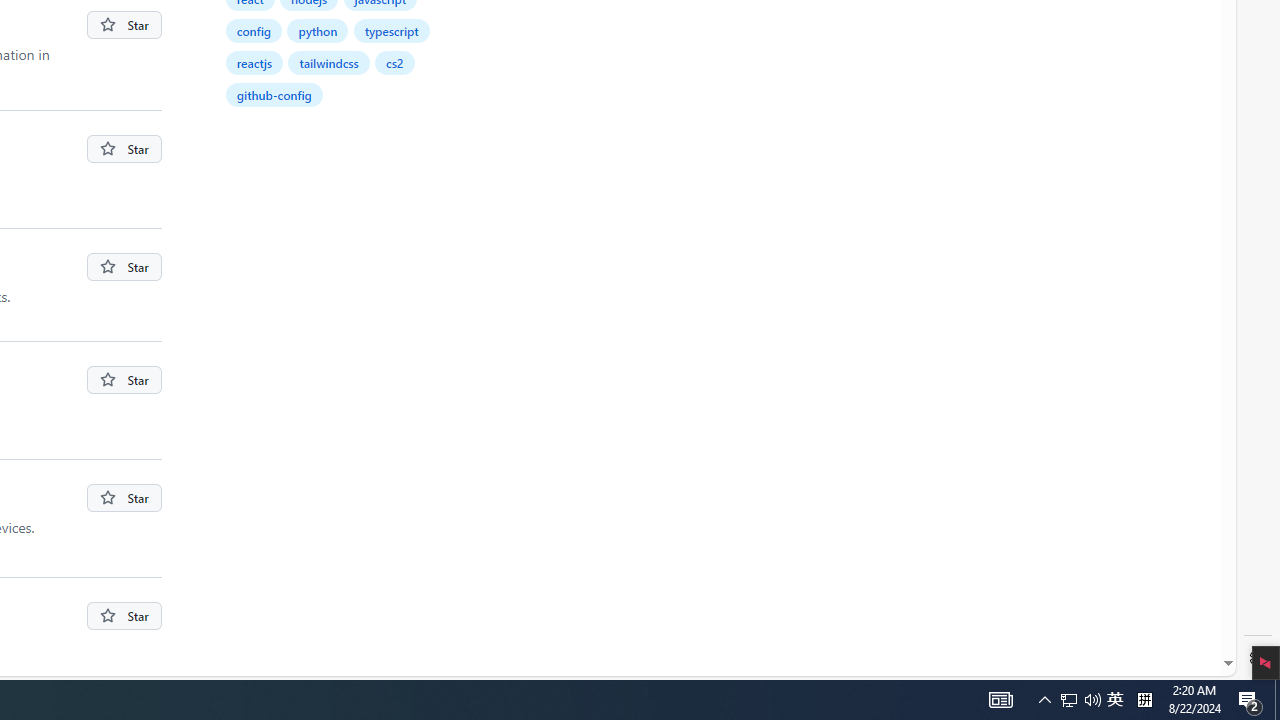  Describe the element at coordinates (253, 30) in the screenshot. I see `'config'` at that location.